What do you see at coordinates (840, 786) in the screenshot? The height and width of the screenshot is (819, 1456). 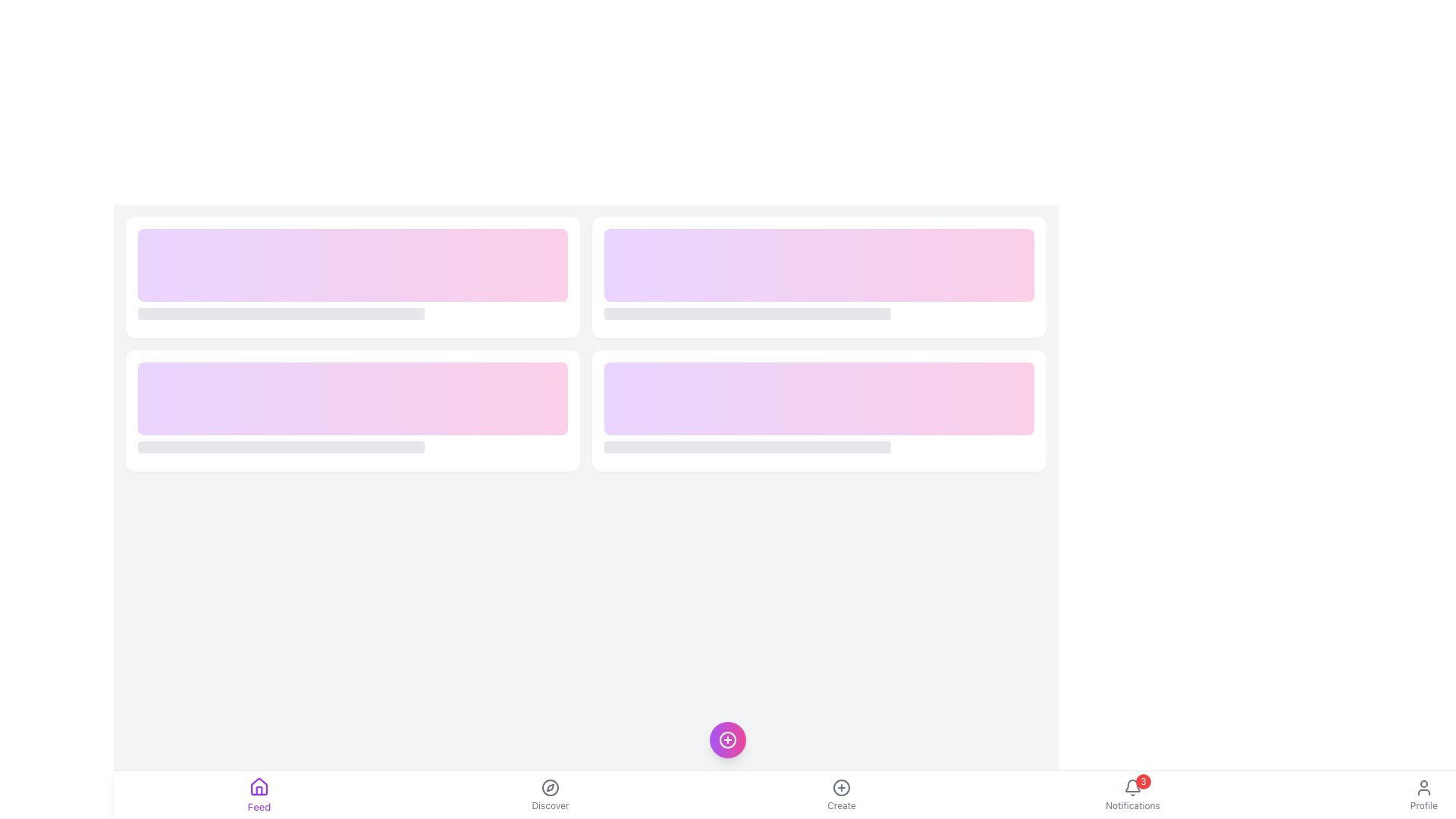 I see `the central graphical circle of the creation button located at the bottom part of the interface` at bounding box center [840, 786].